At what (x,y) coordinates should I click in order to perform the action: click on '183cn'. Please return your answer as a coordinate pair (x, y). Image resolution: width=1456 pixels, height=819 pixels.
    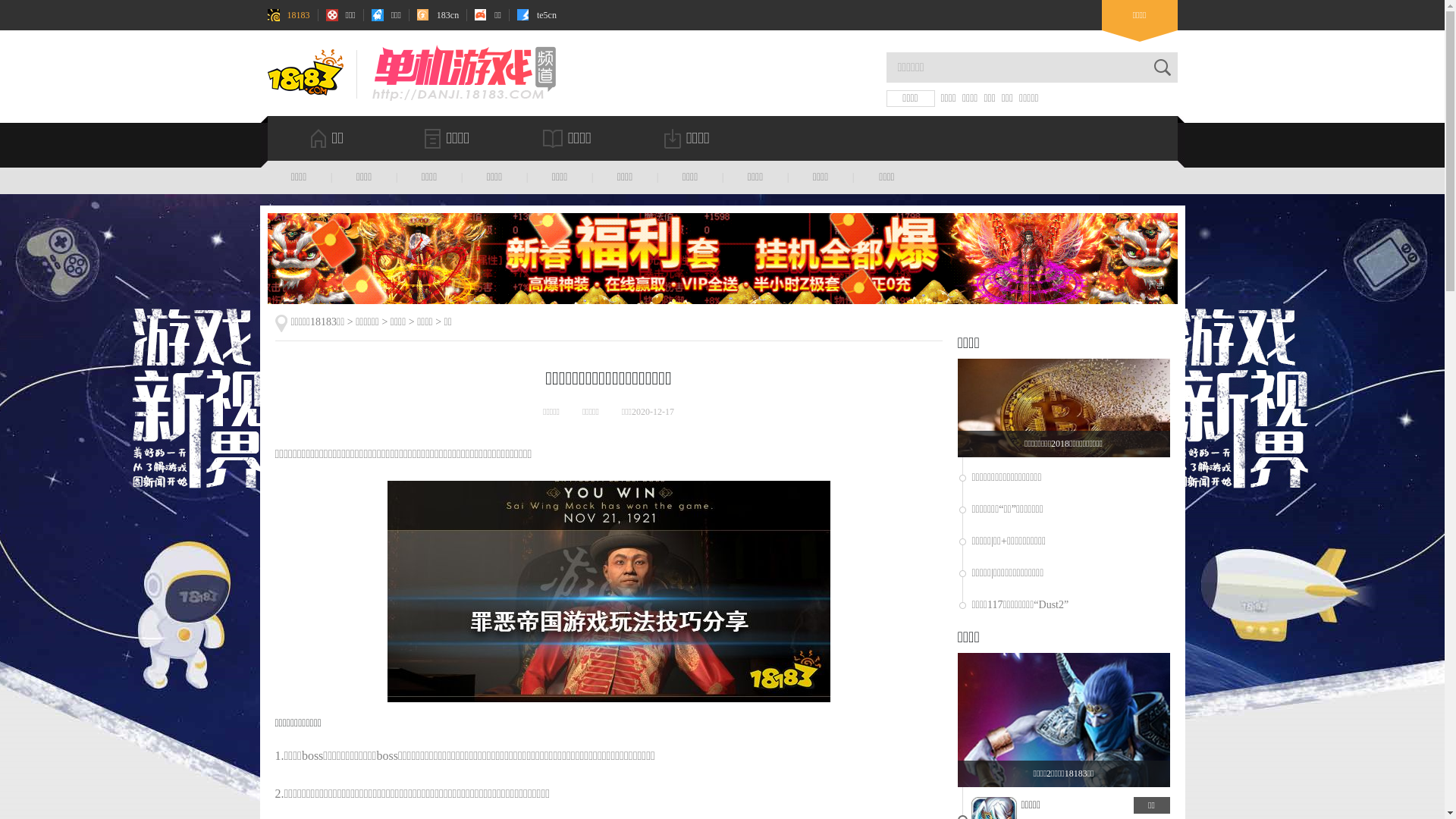
    Looking at the image, I should click on (437, 14).